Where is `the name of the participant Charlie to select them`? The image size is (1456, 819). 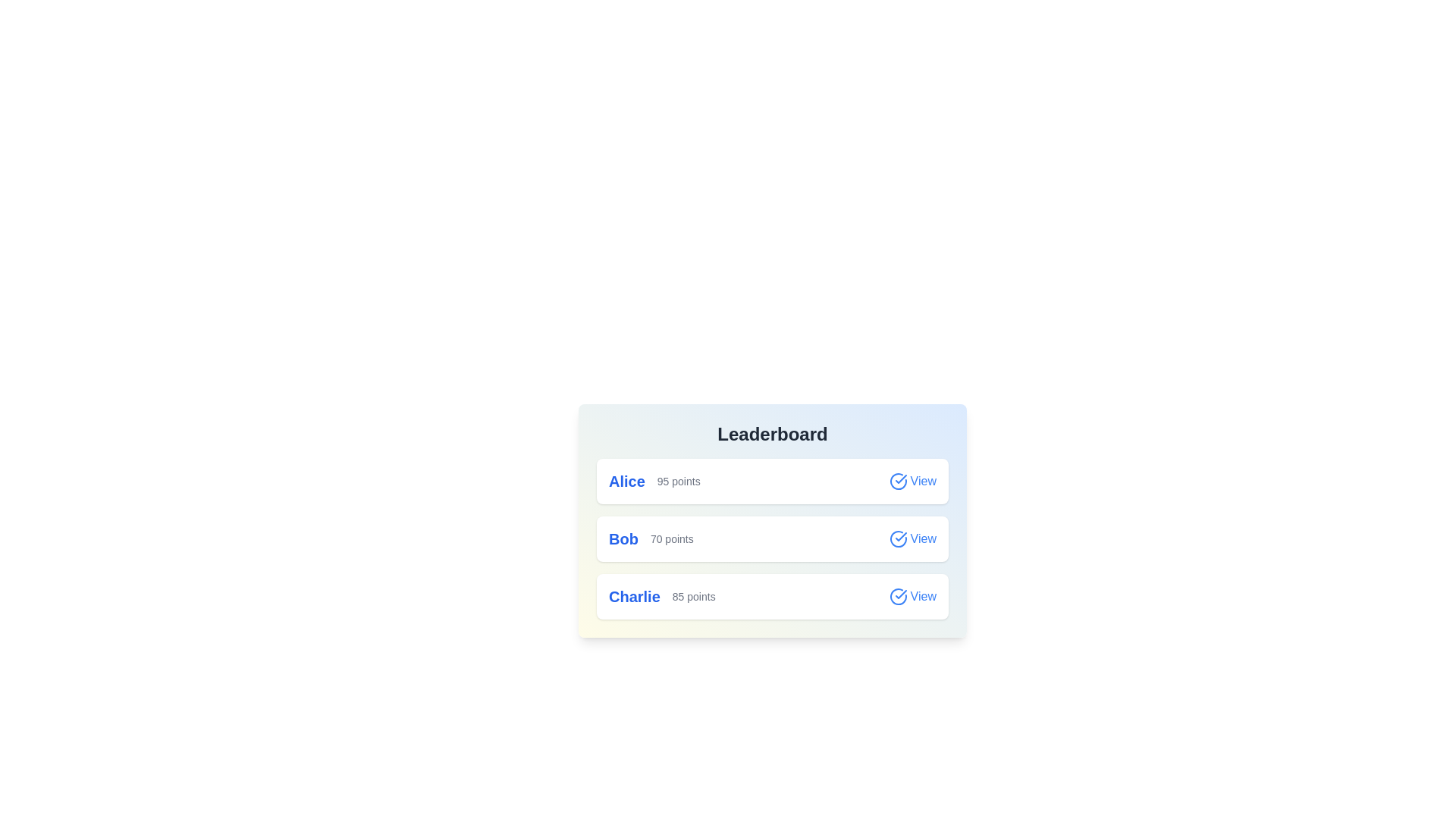
the name of the participant Charlie to select them is located at coordinates (634, 595).